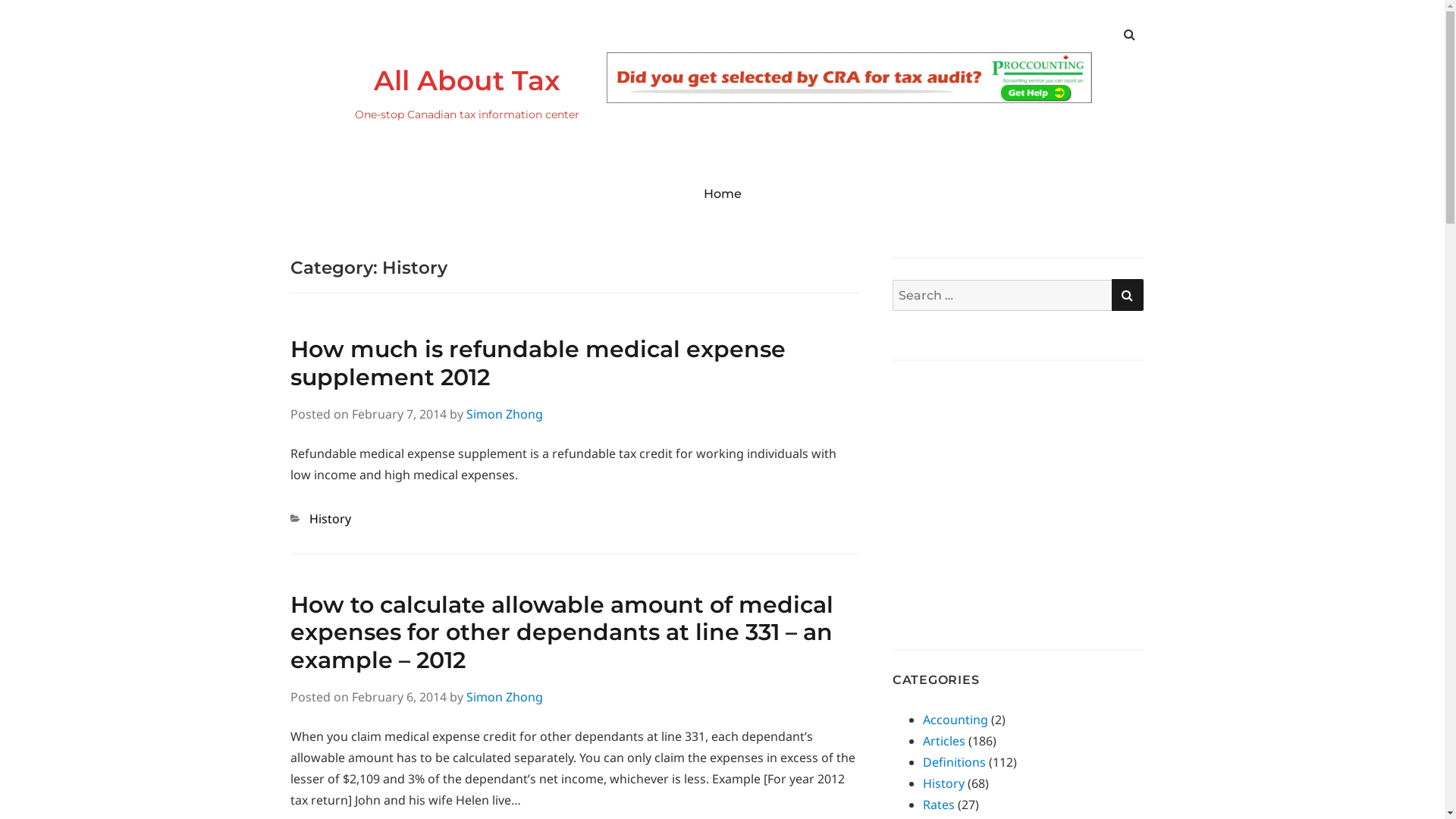 The height and width of the screenshot is (819, 1456). Describe the element at coordinates (953, 762) in the screenshot. I see `'Definitions'` at that location.